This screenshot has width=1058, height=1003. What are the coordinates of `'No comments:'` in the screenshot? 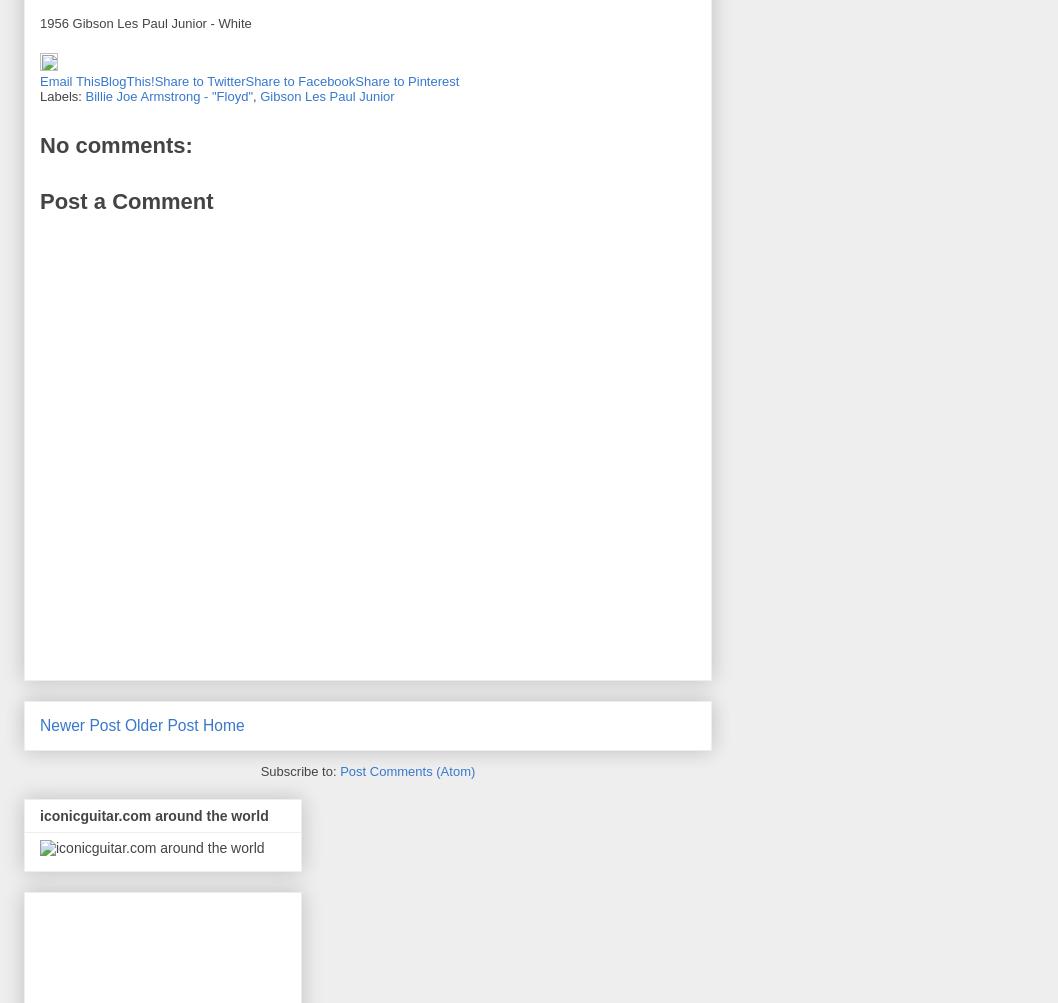 It's located at (114, 144).